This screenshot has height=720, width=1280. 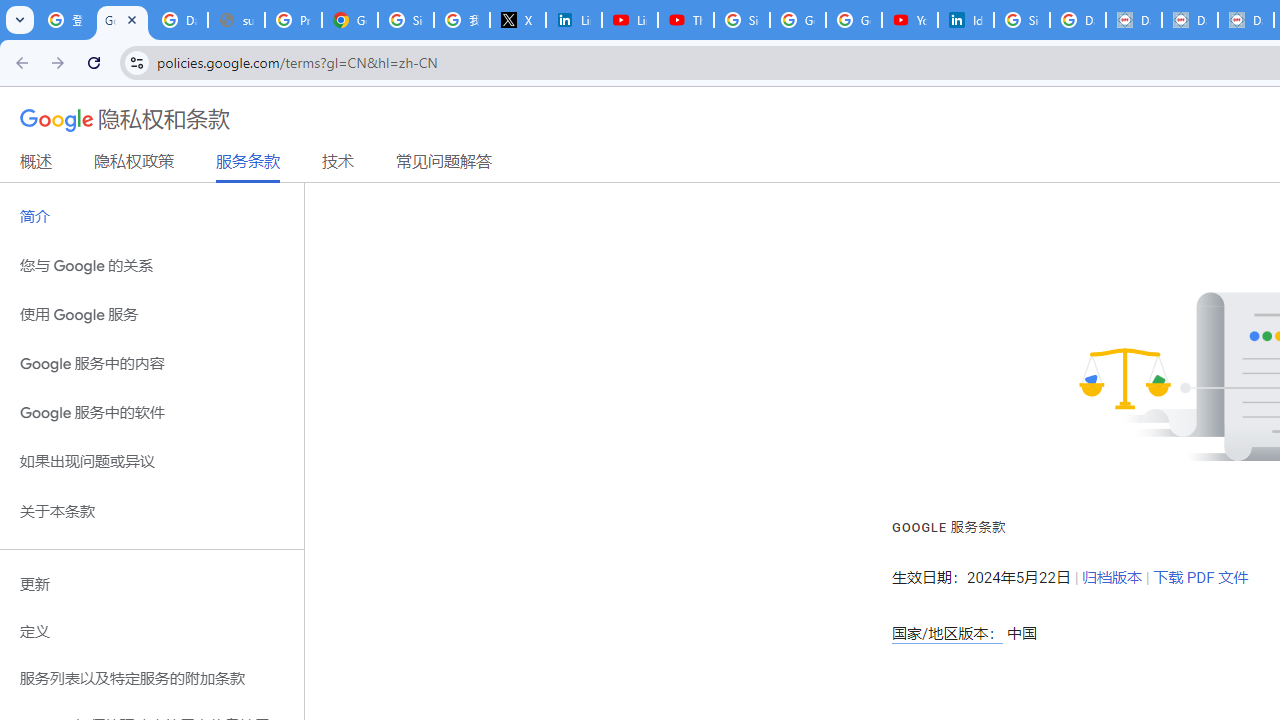 What do you see at coordinates (573, 20) in the screenshot?
I see `'LinkedIn Privacy Policy'` at bounding box center [573, 20].